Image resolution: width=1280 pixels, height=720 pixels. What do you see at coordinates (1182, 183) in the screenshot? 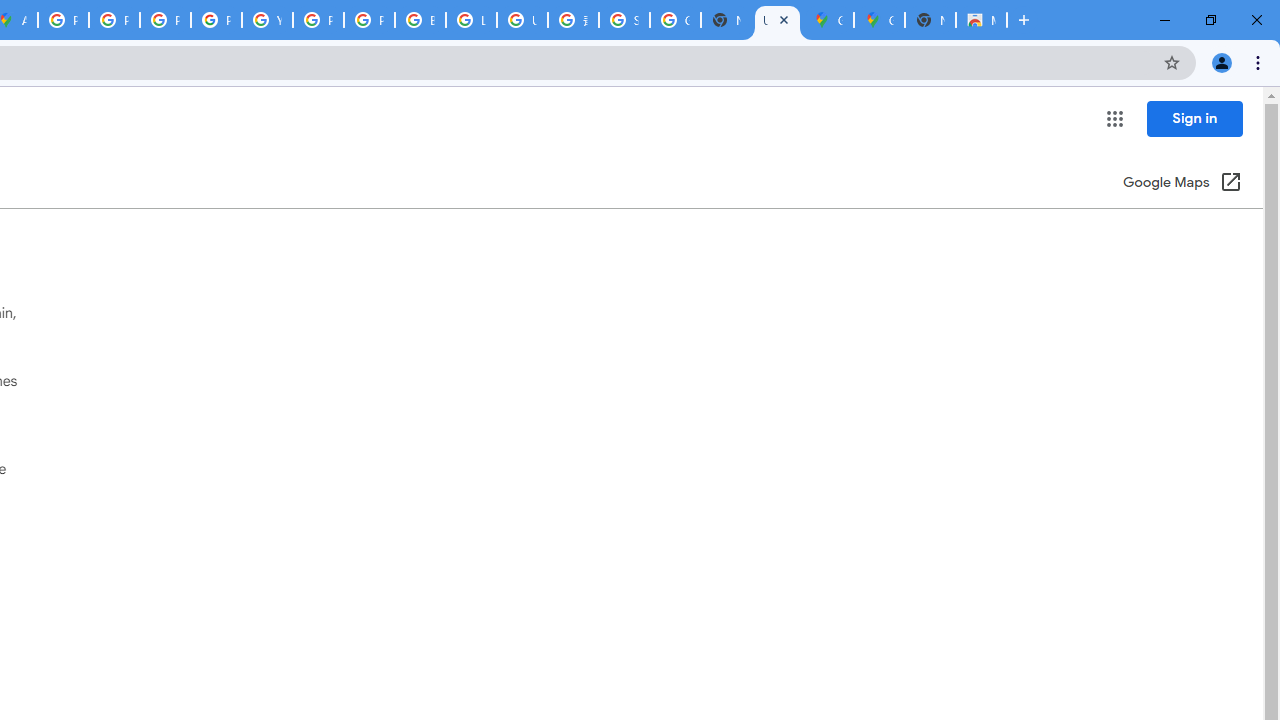
I see `'Google Maps (Open in a new window)'` at bounding box center [1182, 183].